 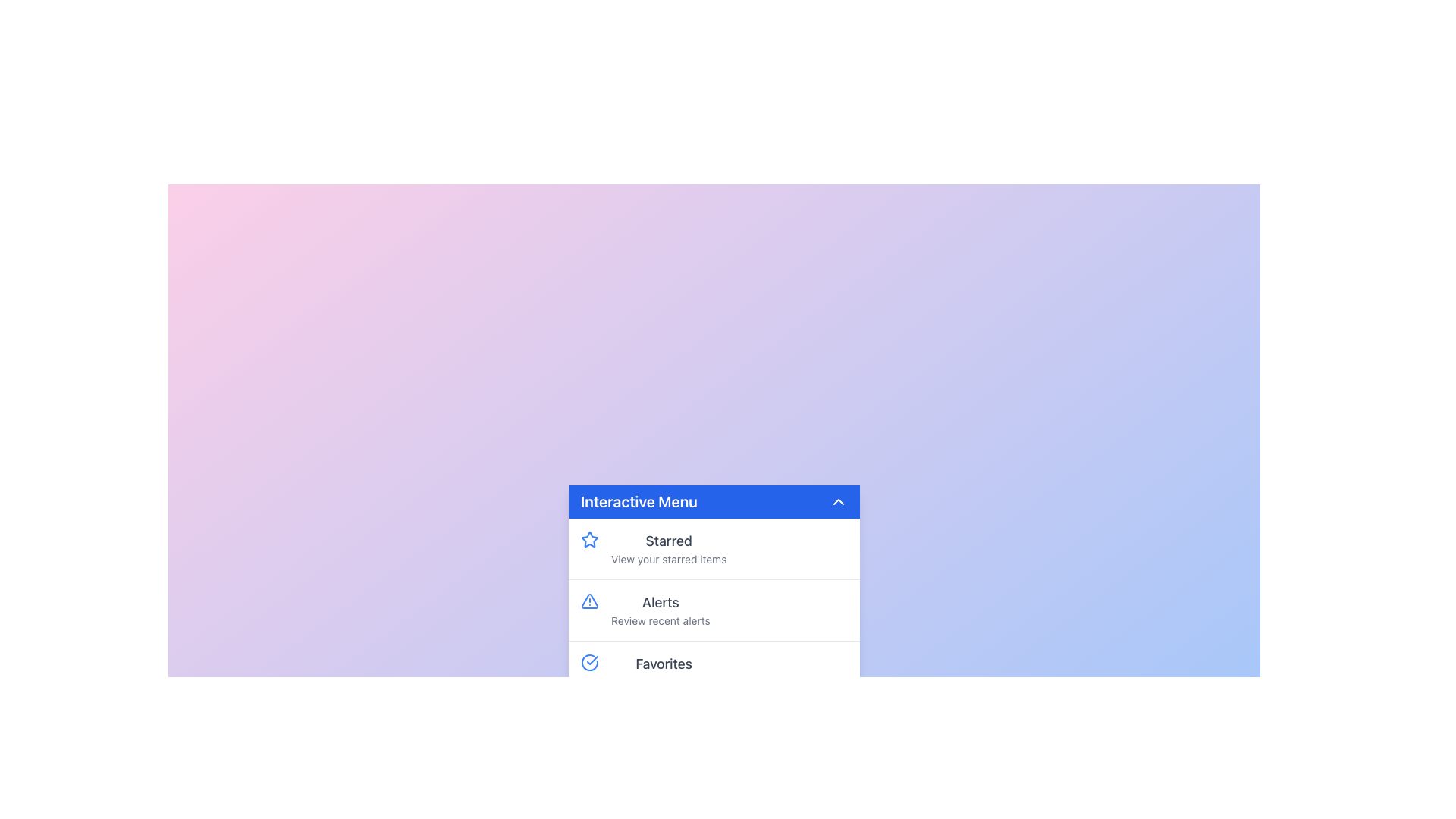 What do you see at coordinates (668, 540) in the screenshot?
I see `the 'Starred' label that indicates a menu item in the 'Interactive Menu'` at bounding box center [668, 540].